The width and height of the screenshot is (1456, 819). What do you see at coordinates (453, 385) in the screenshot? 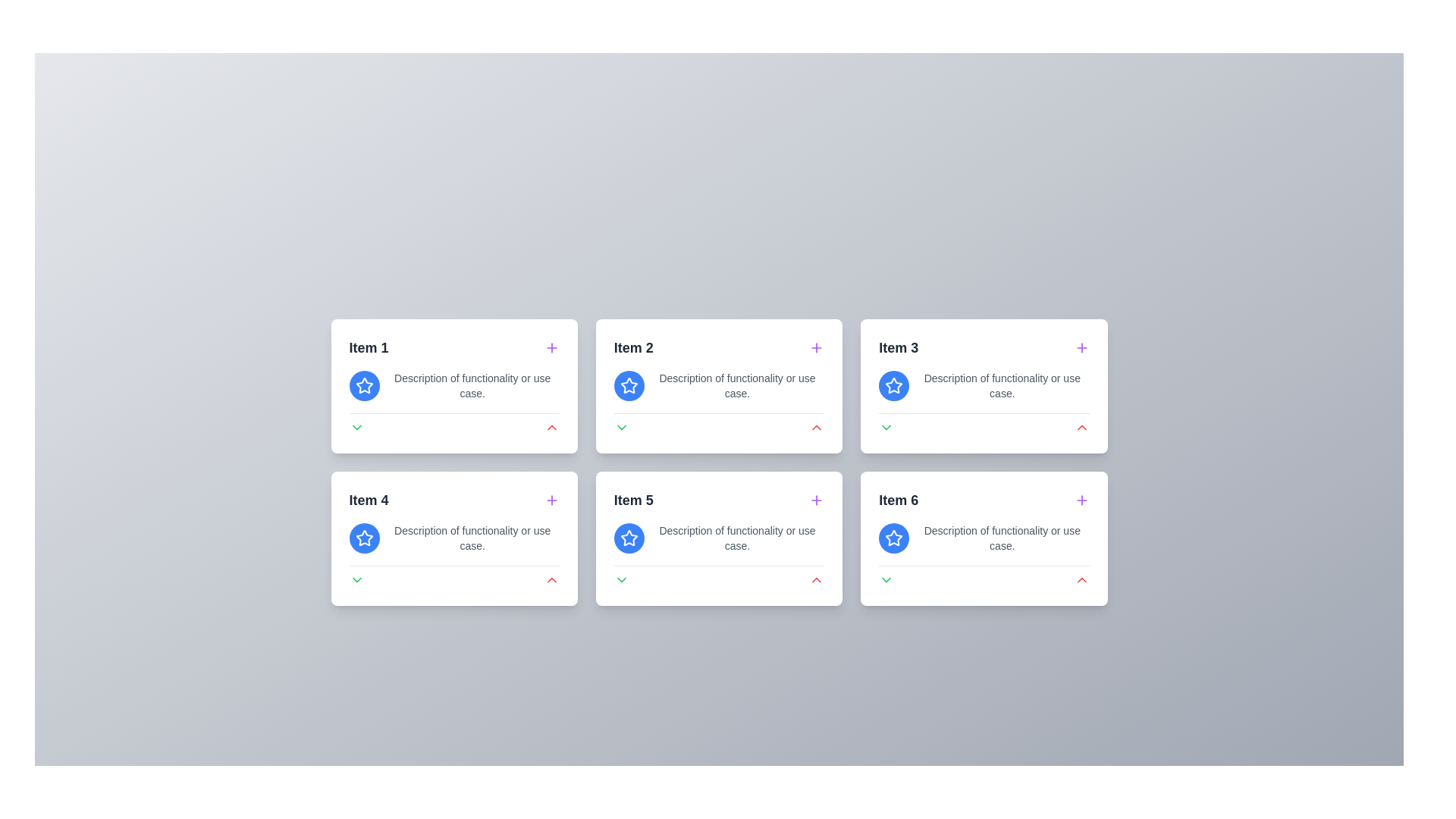
I see `the text element within the Composite UI element located in the first column of the first row of the grid layout under the card labeled 'Item 1'` at bounding box center [453, 385].